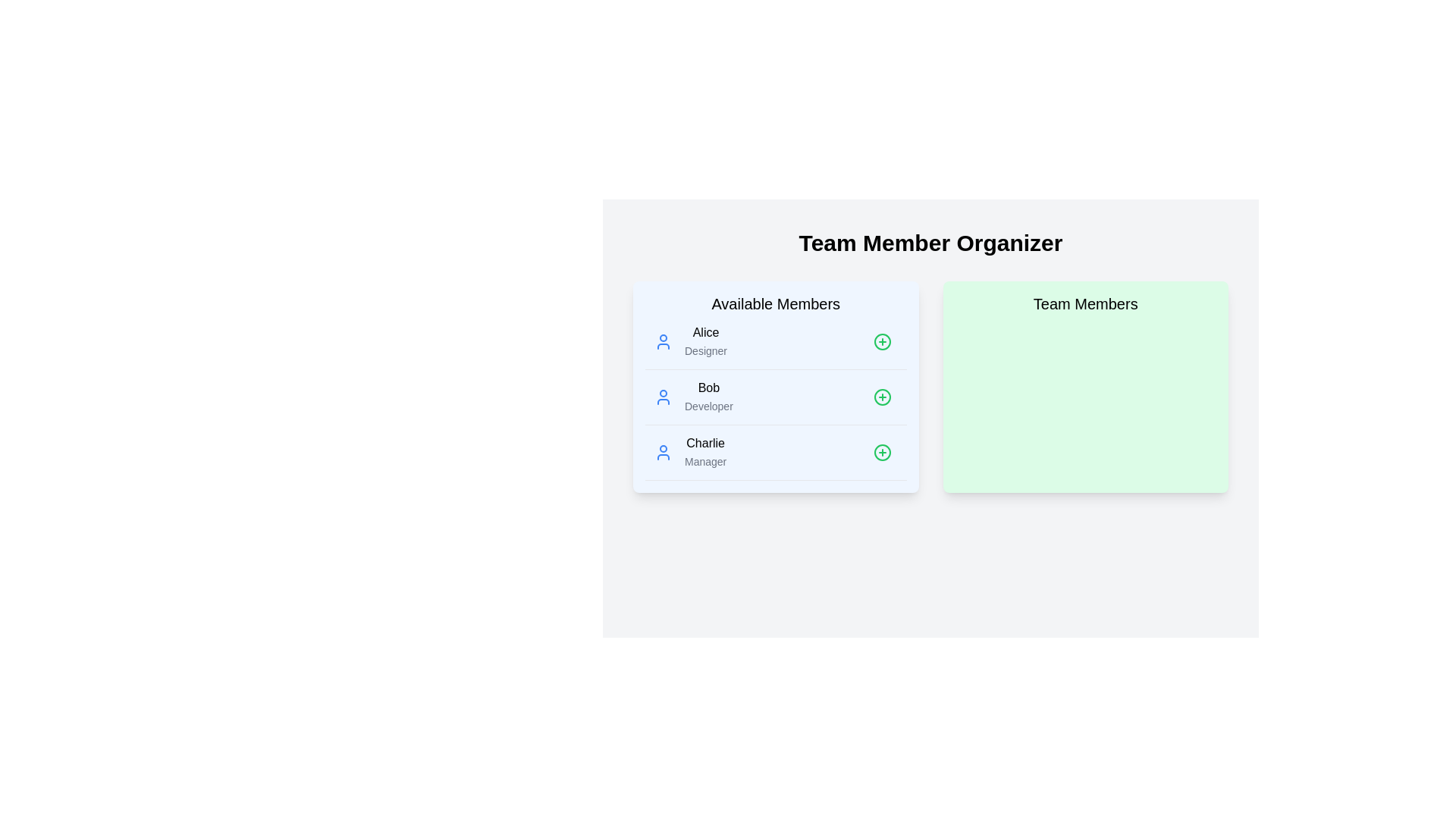  I want to click on the circular button associated with 'Alice Designer' in the 'Available Members' section, so click(882, 342).